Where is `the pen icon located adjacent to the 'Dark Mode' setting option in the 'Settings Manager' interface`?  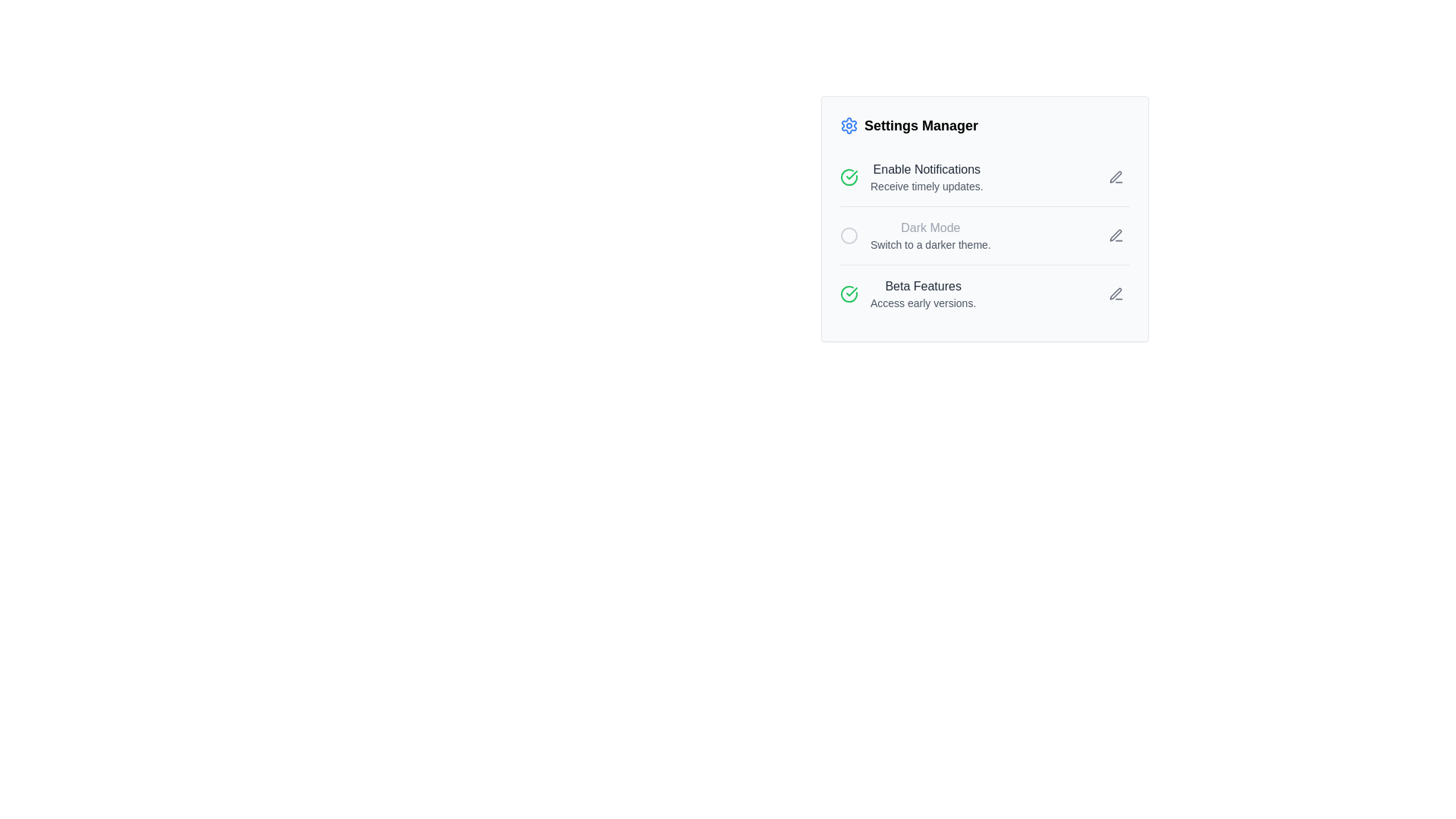
the pen icon located adjacent to the 'Dark Mode' setting option in the 'Settings Manager' interface is located at coordinates (1116, 236).